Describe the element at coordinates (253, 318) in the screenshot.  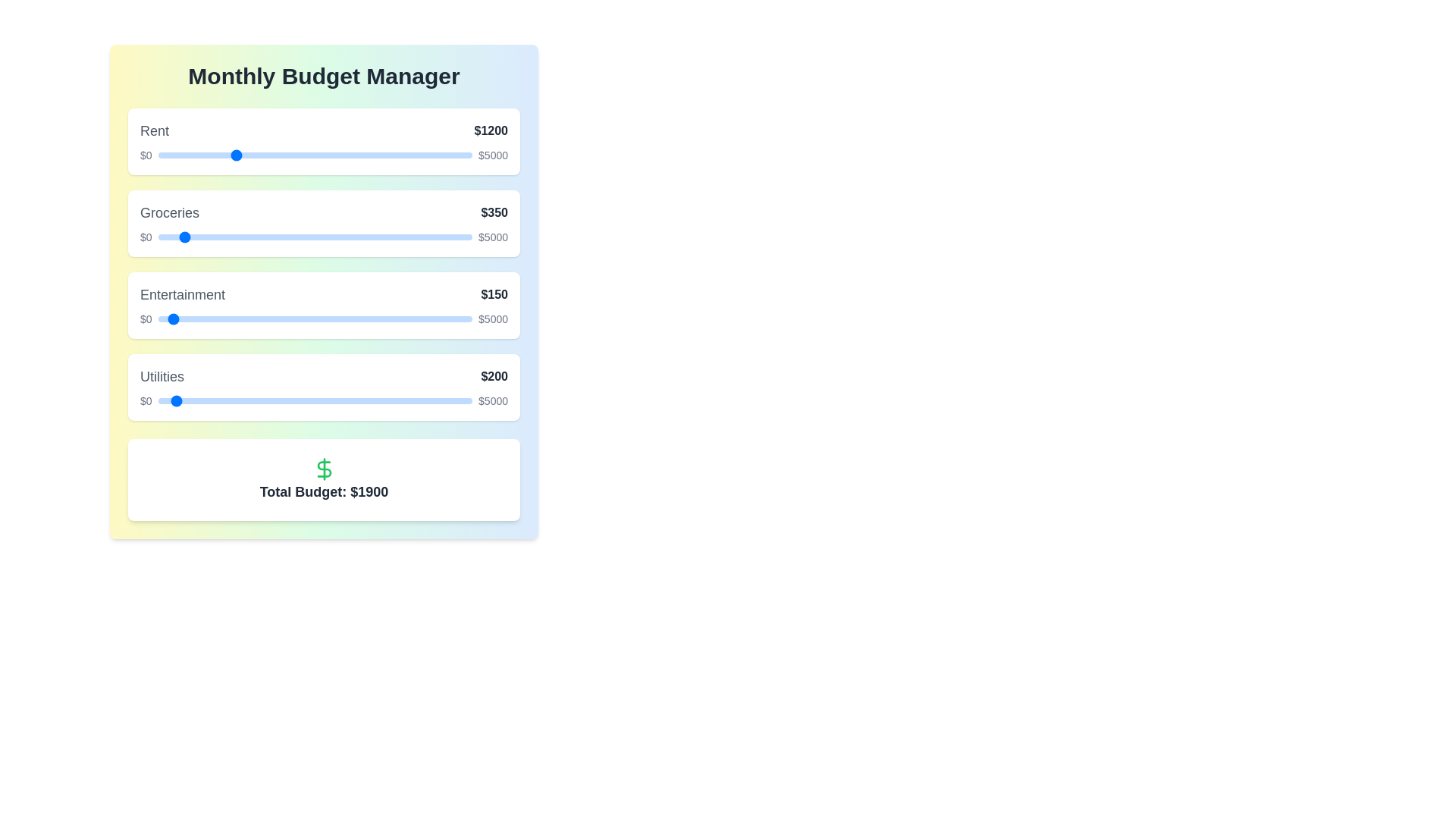
I see `the Entertainment budget` at that location.